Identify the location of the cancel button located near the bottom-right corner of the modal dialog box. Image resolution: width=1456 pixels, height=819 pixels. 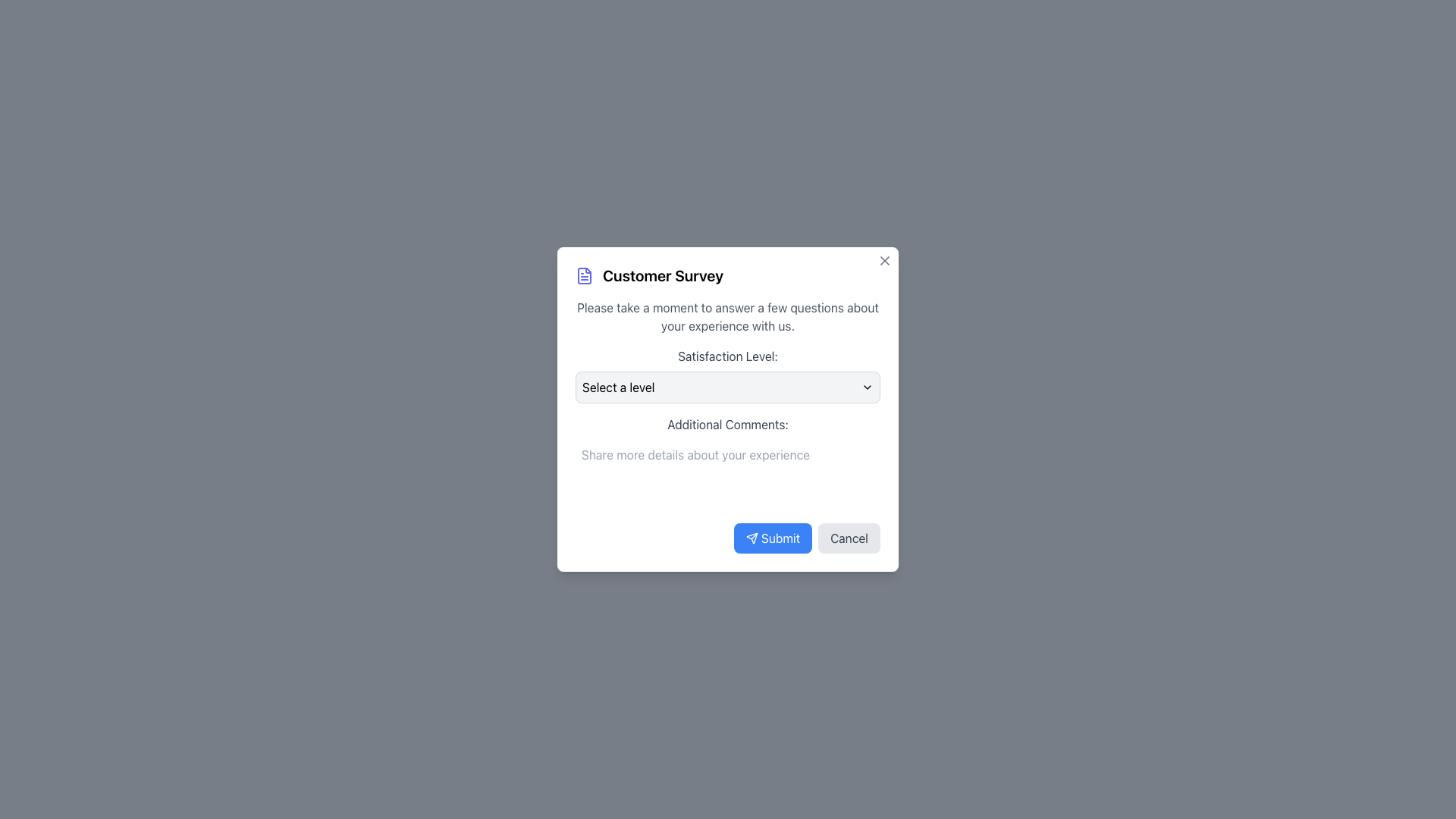
(849, 537).